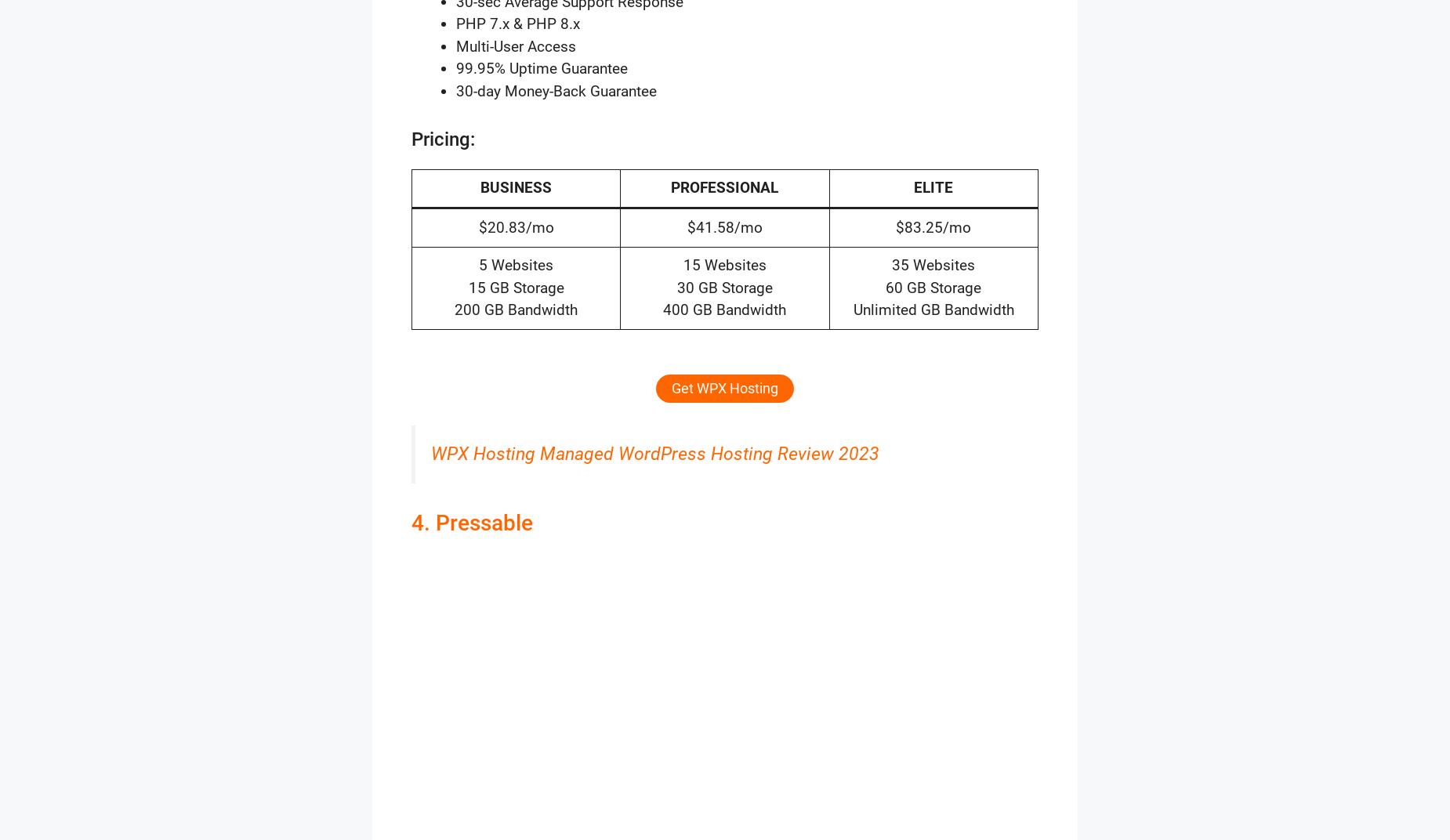 The image size is (1450, 840). What do you see at coordinates (724, 187) in the screenshot?
I see `'PROFESSIONAL'` at bounding box center [724, 187].